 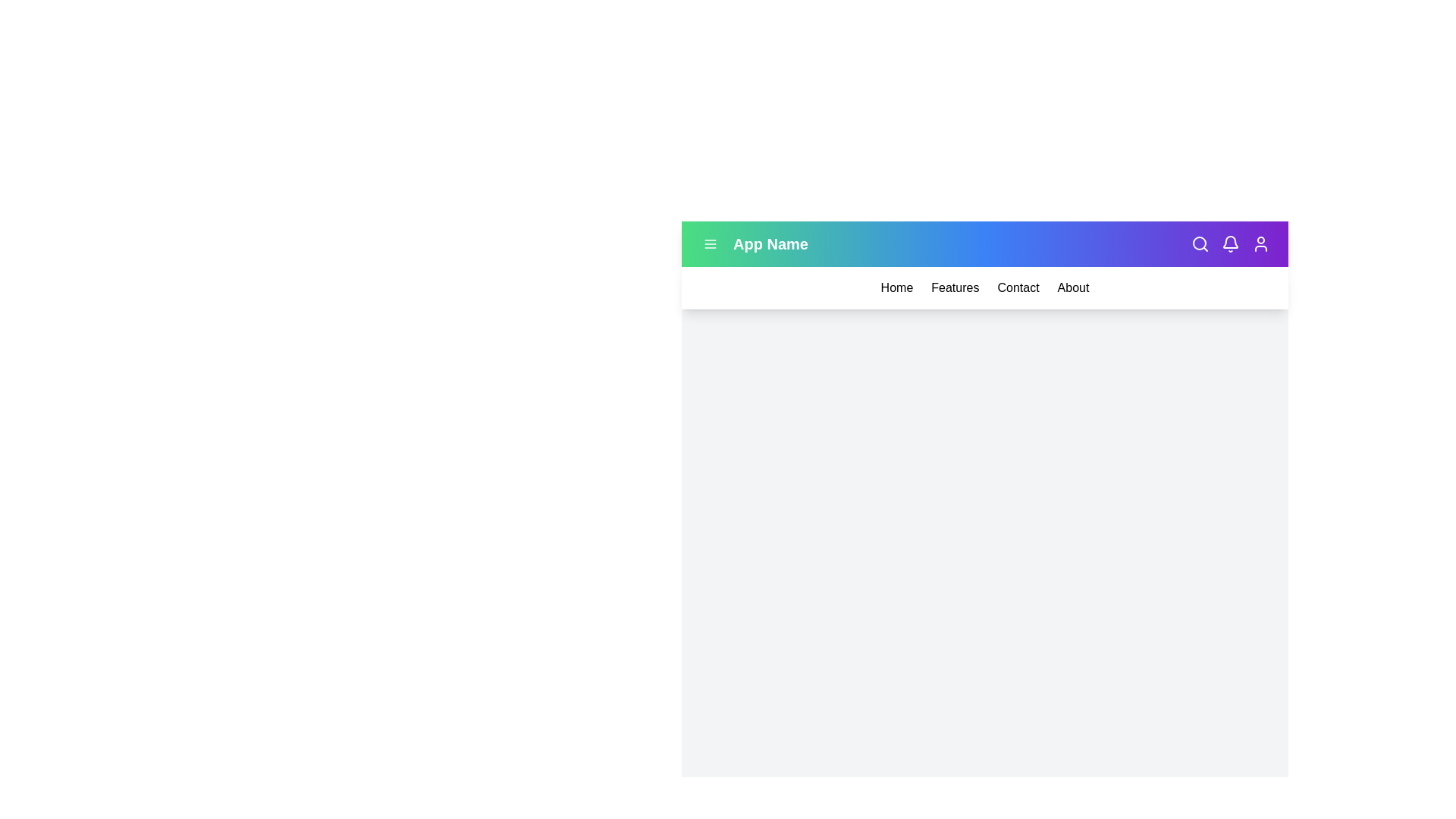 What do you see at coordinates (1018, 288) in the screenshot?
I see `the 'Contact' link in the navigation bar` at bounding box center [1018, 288].